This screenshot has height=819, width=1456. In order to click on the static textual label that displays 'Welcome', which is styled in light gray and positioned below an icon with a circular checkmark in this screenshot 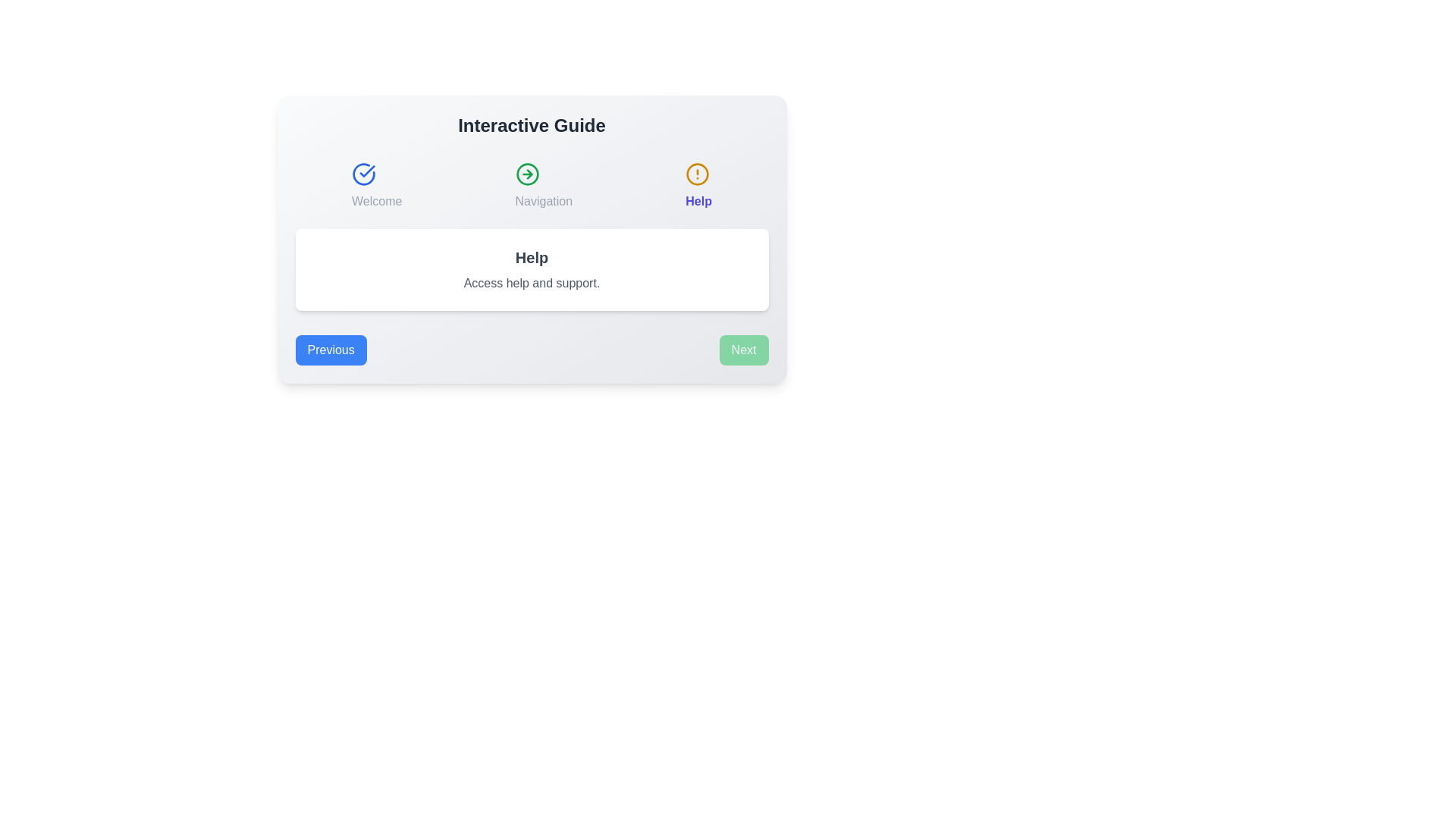, I will do `click(377, 201)`.